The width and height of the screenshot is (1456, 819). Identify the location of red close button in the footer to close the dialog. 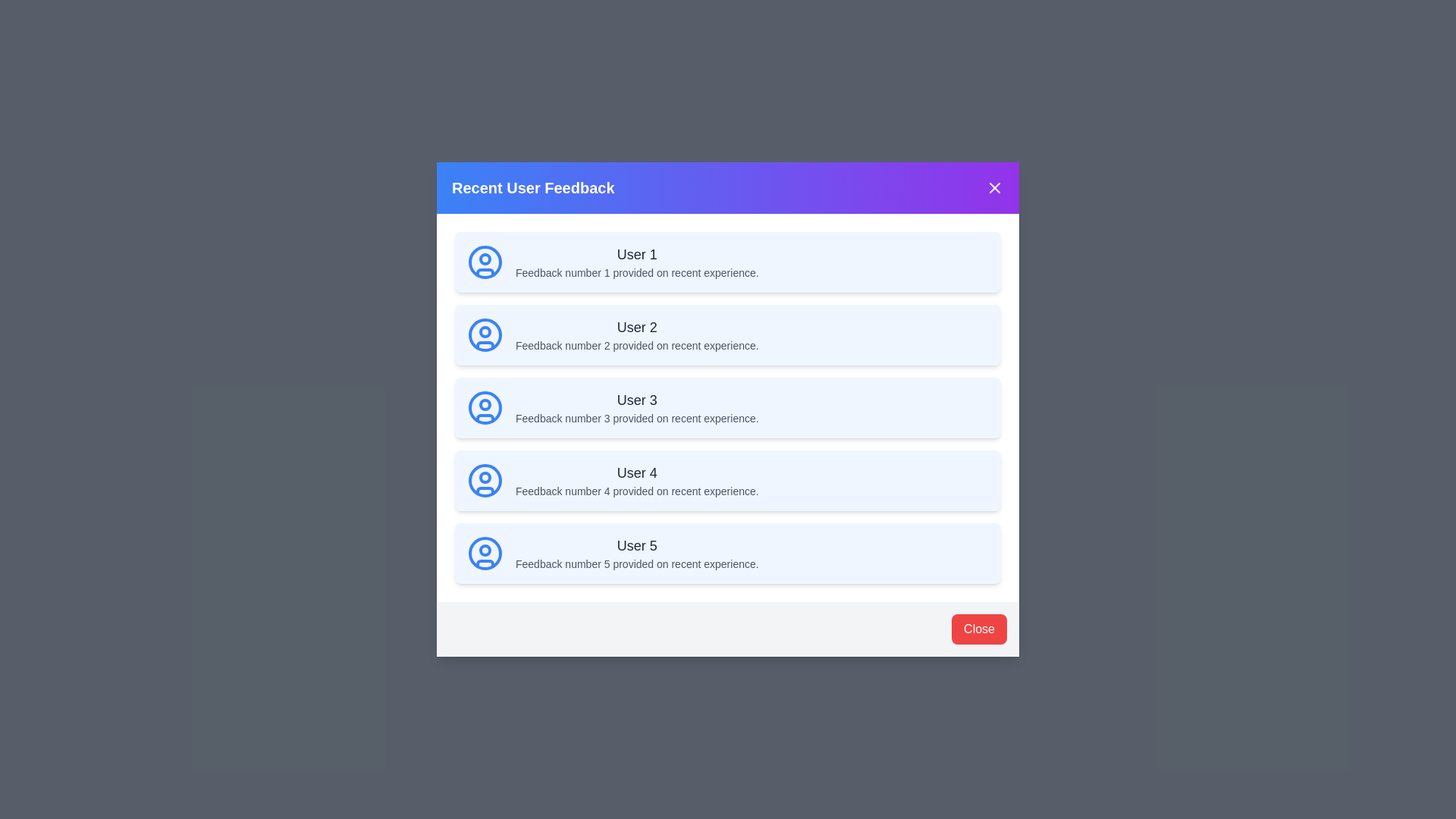
(979, 629).